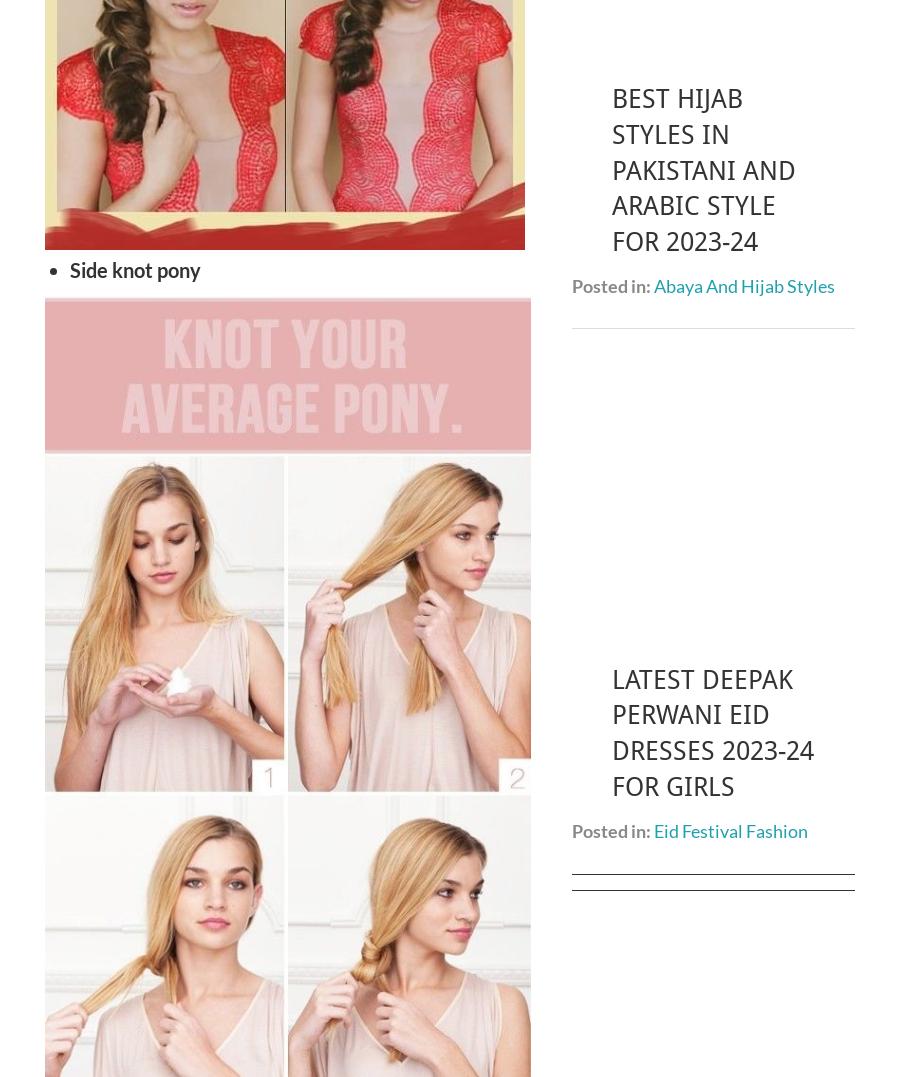 The width and height of the screenshot is (900, 1077). Describe the element at coordinates (710, 825) in the screenshot. I see `'Sajal Ali Biography | Age, Height, Husband, Personal Life, Career 2023'` at that location.